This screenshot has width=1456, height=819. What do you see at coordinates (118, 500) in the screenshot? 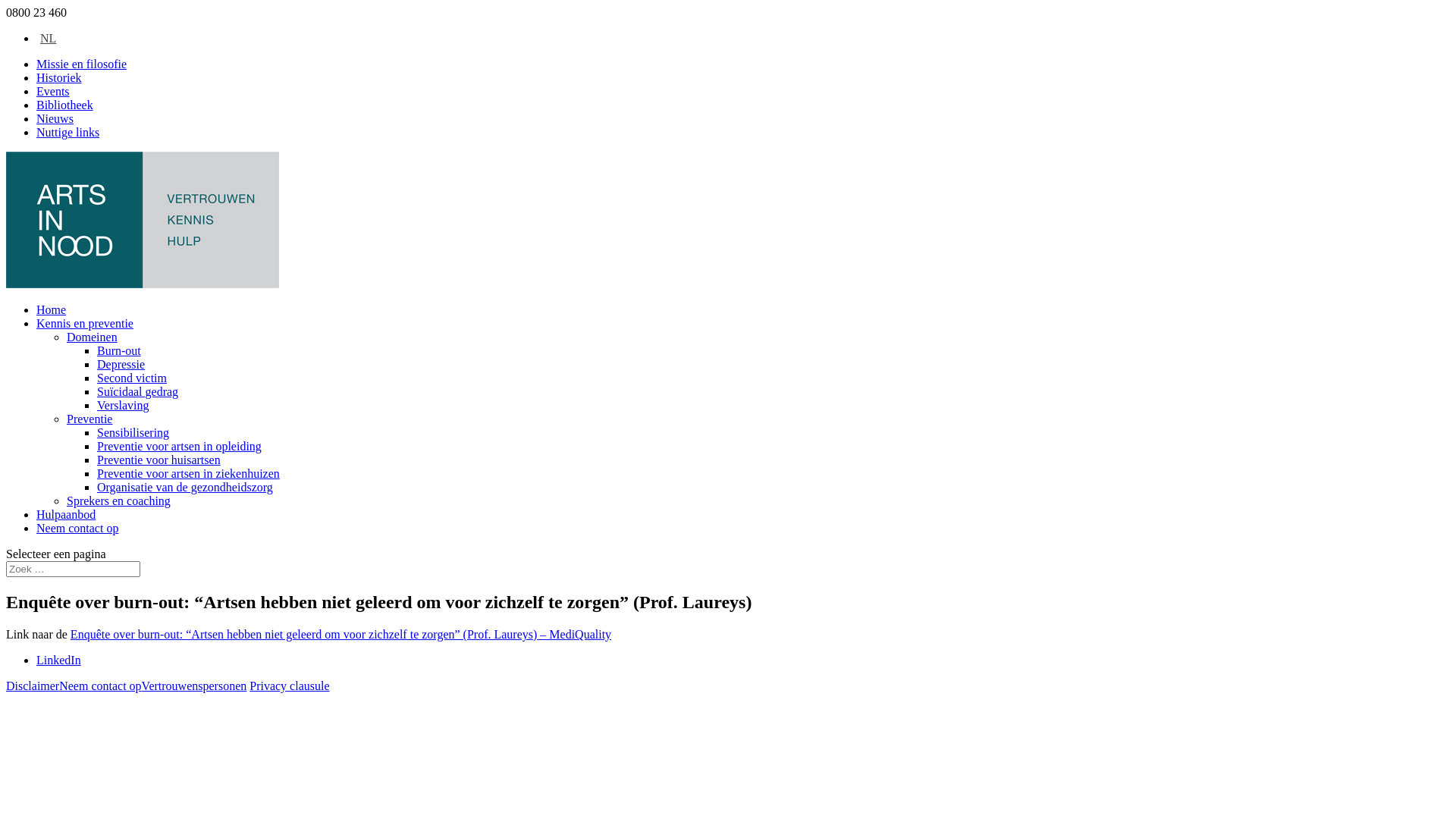
I see `'Sprekers en coaching'` at bounding box center [118, 500].